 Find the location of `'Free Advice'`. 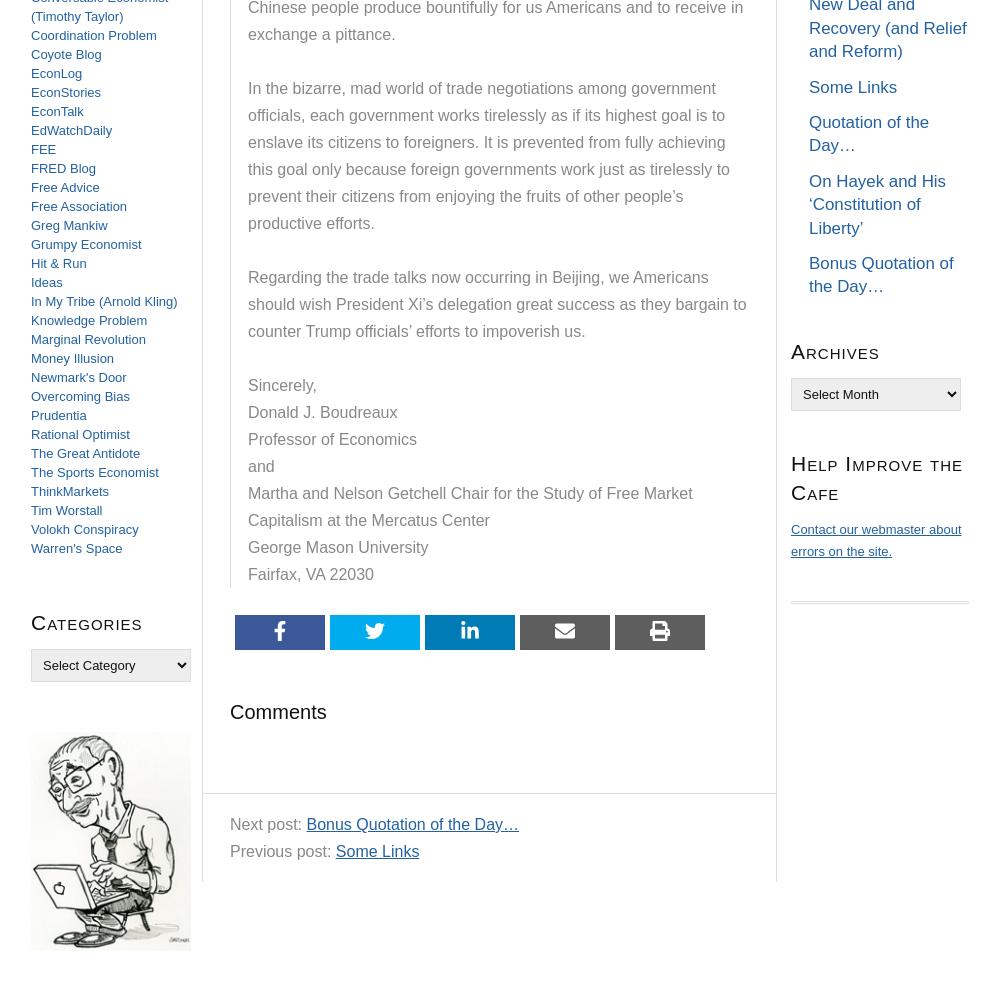

'Free Advice' is located at coordinates (64, 186).